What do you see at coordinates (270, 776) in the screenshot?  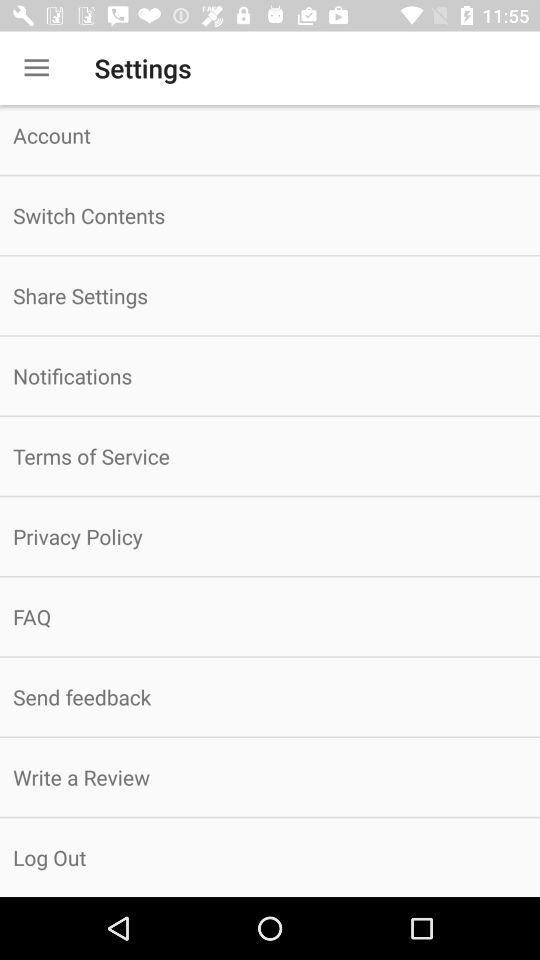 I see `the item below the send feedback item` at bounding box center [270, 776].